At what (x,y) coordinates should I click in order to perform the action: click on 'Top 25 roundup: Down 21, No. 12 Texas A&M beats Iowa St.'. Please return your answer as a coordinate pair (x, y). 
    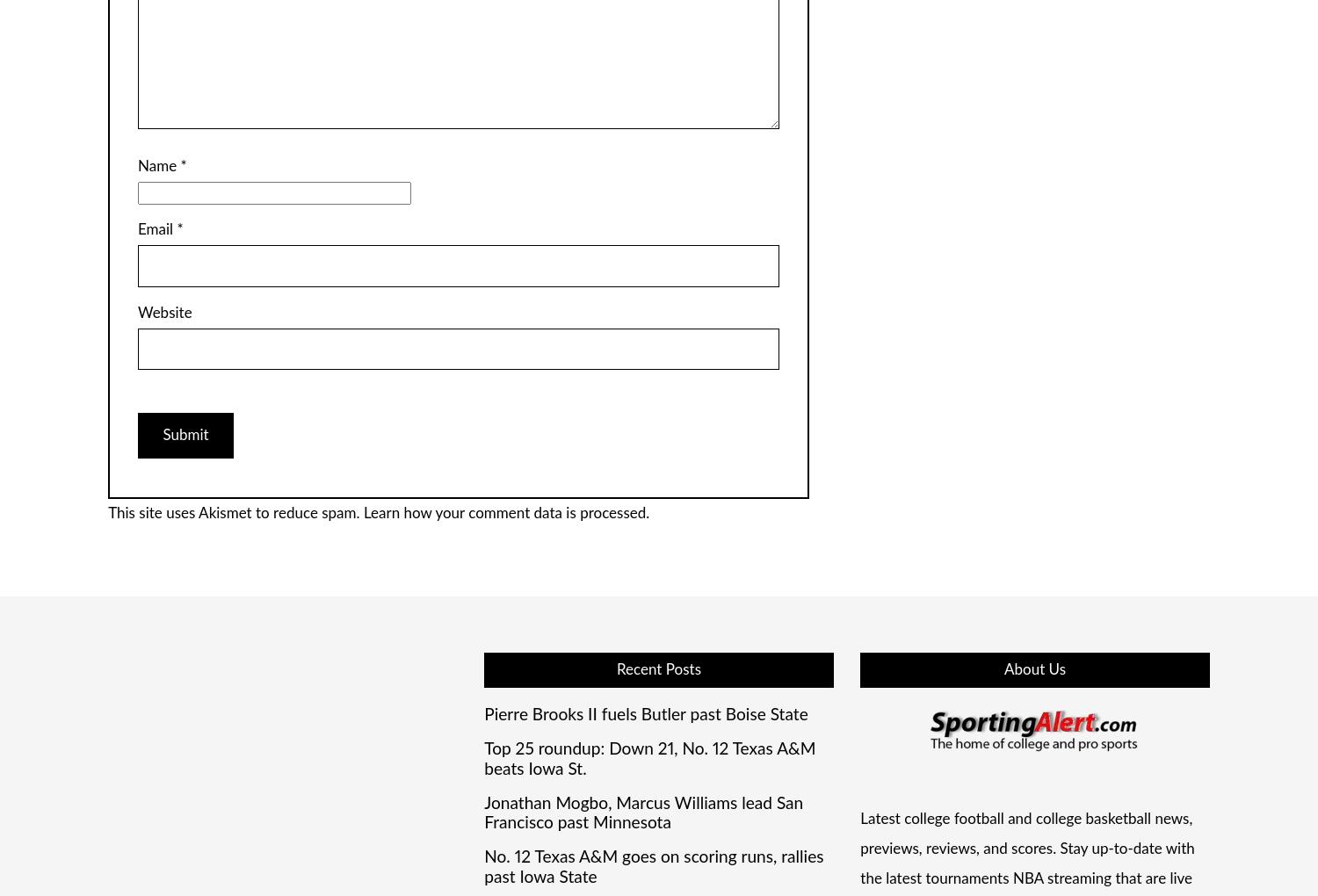
    Looking at the image, I should click on (648, 758).